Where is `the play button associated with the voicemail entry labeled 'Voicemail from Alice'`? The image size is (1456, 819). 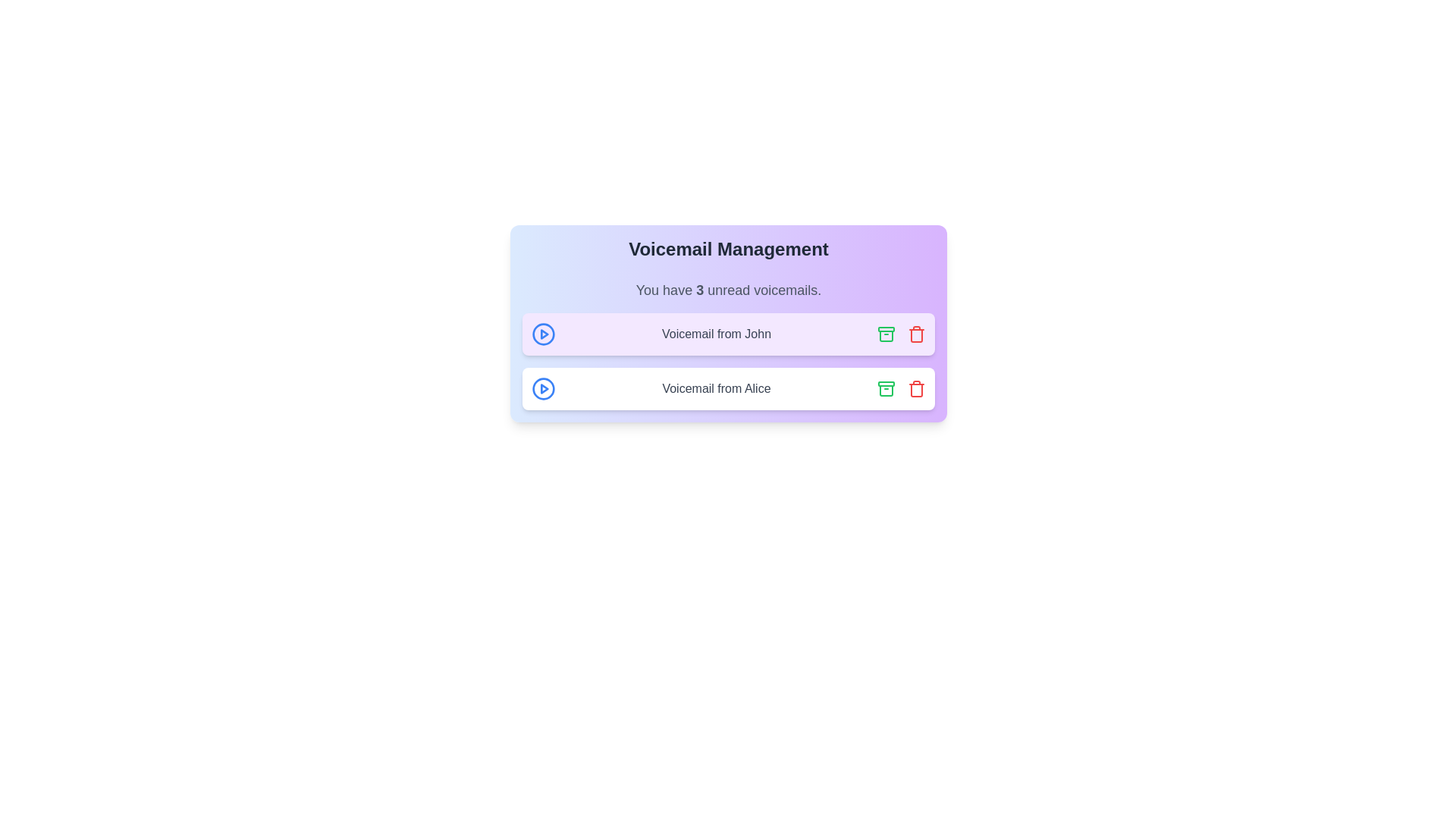
the play button associated with the voicemail entry labeled 'Voicemail from Alice' is located at coordinates (543, 388).